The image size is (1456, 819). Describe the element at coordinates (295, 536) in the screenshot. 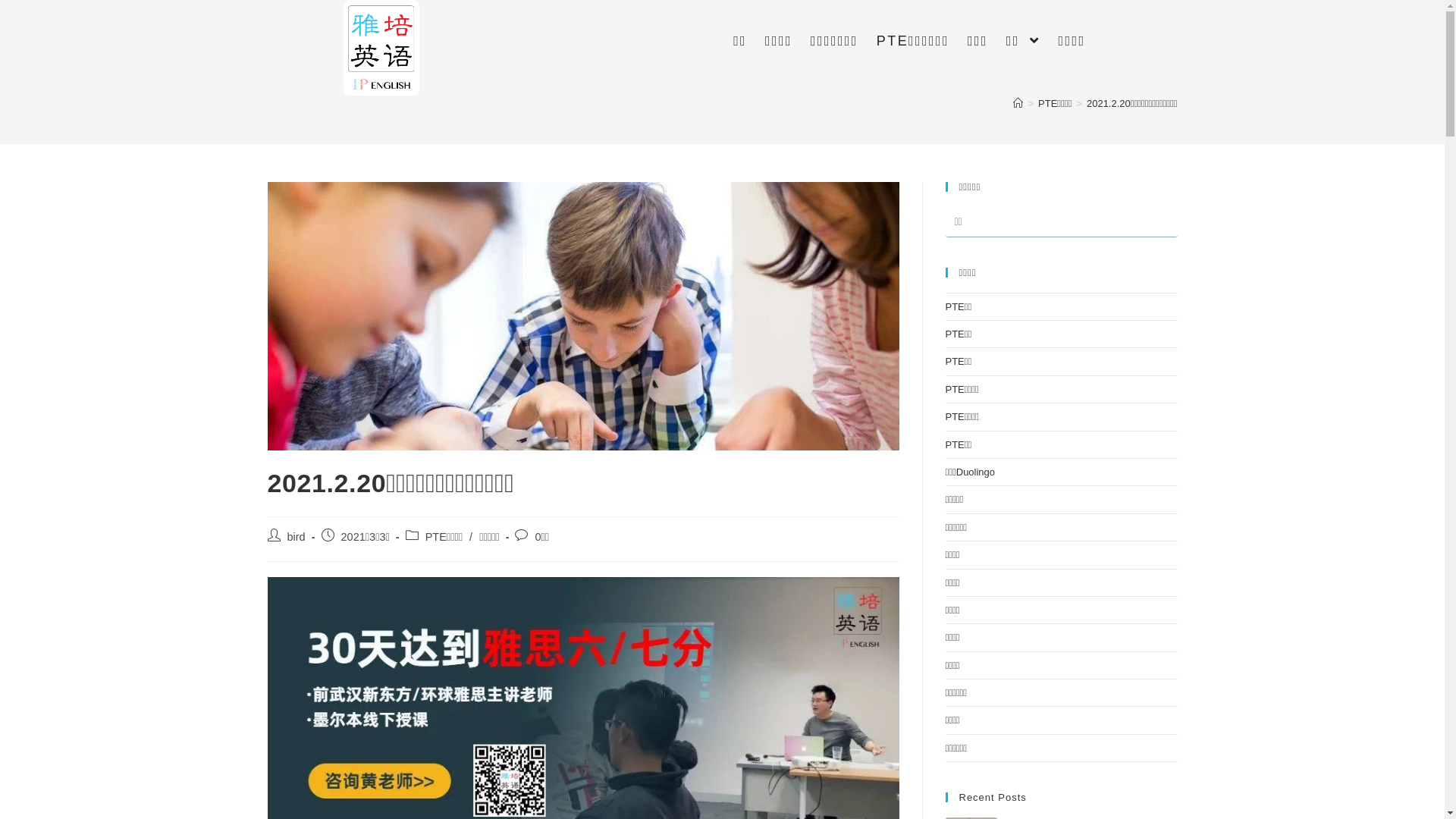

I see `'bird'` at that location.